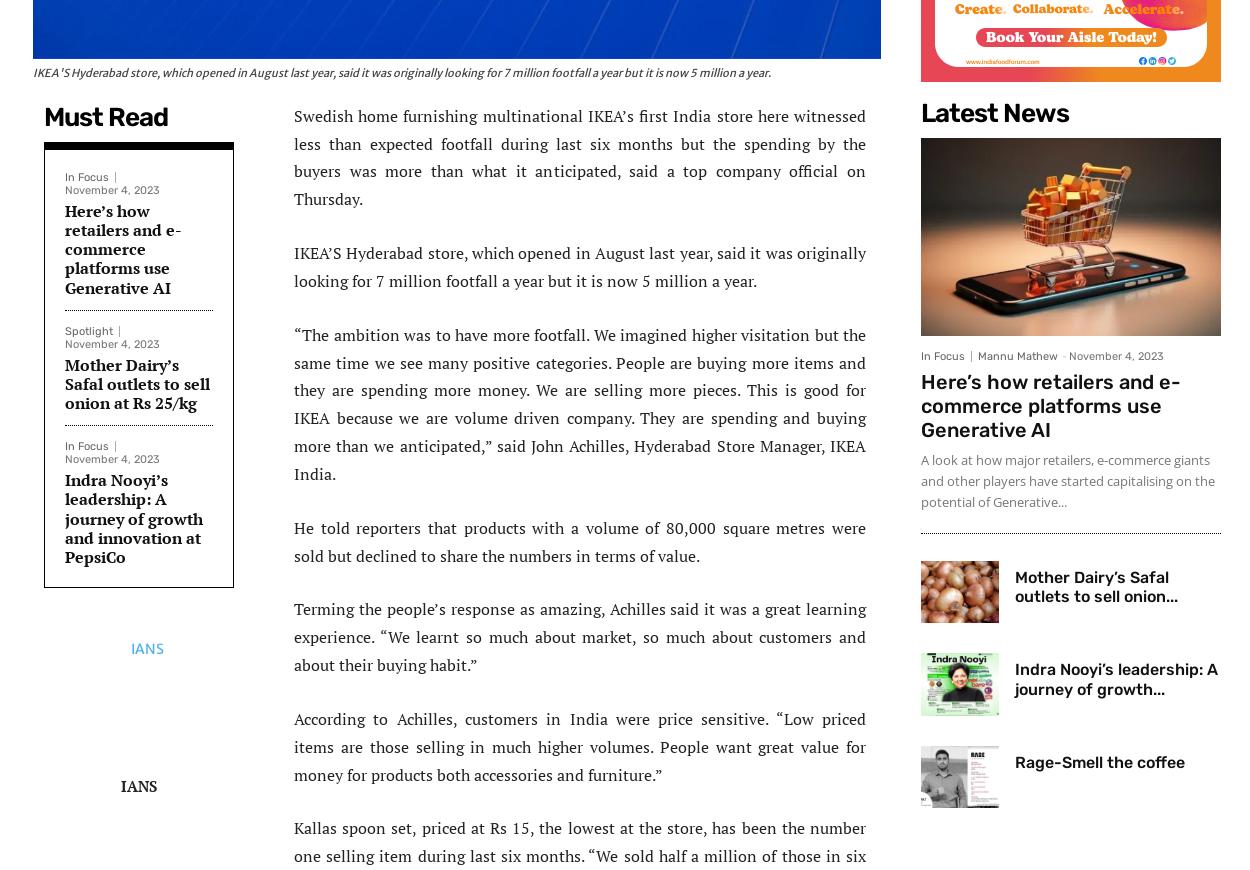 This screenshot has width=1250, height=870. I want to click on 'Rage-Smell the coffee', so click(1099, 761).